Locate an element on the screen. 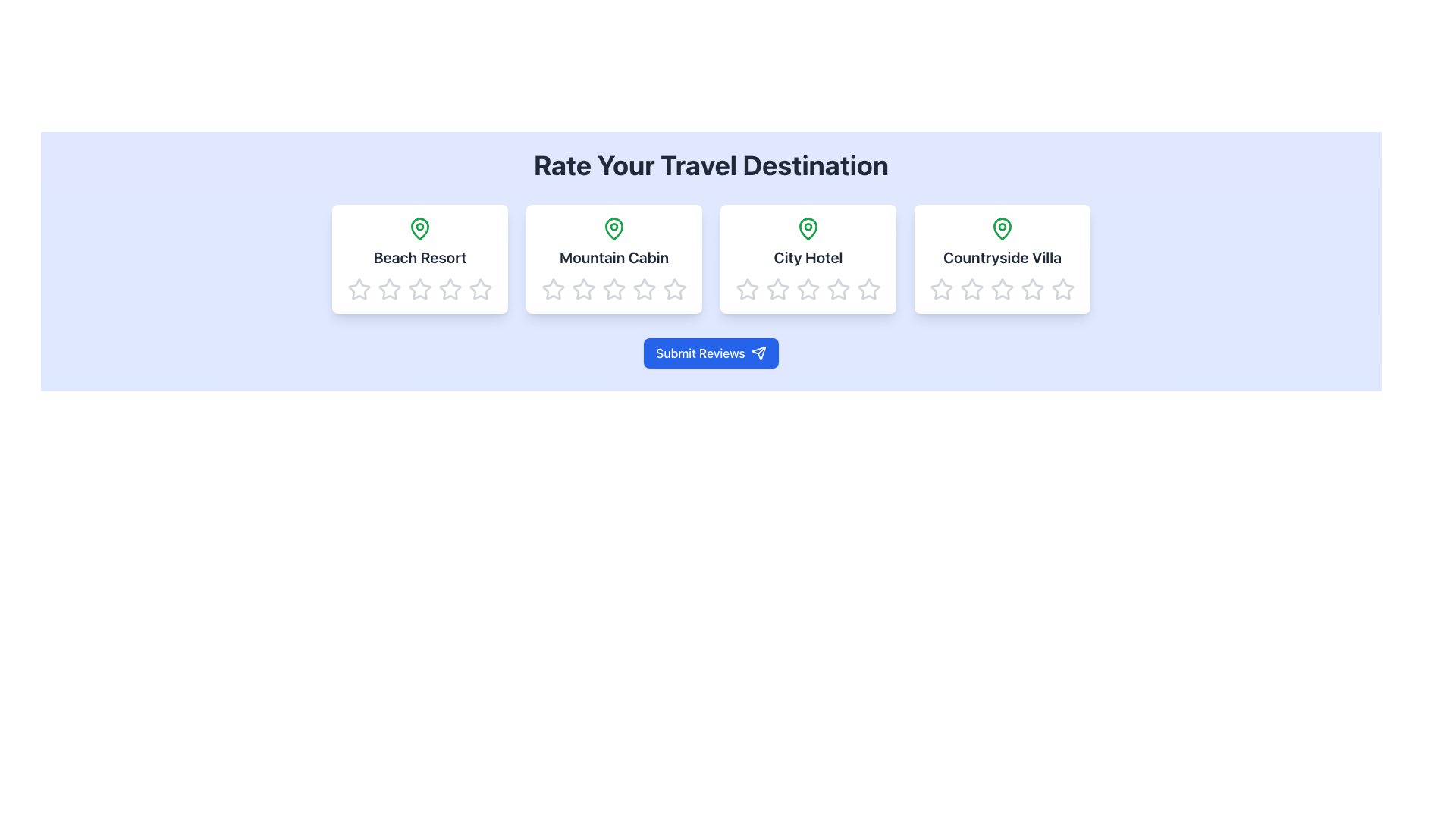 Image resolution: width=1456 pixels, height=819 pixels. the fourth interactive rating star icon located under the 'Beach Resort' section to rate is located at coordinates (419, 289).